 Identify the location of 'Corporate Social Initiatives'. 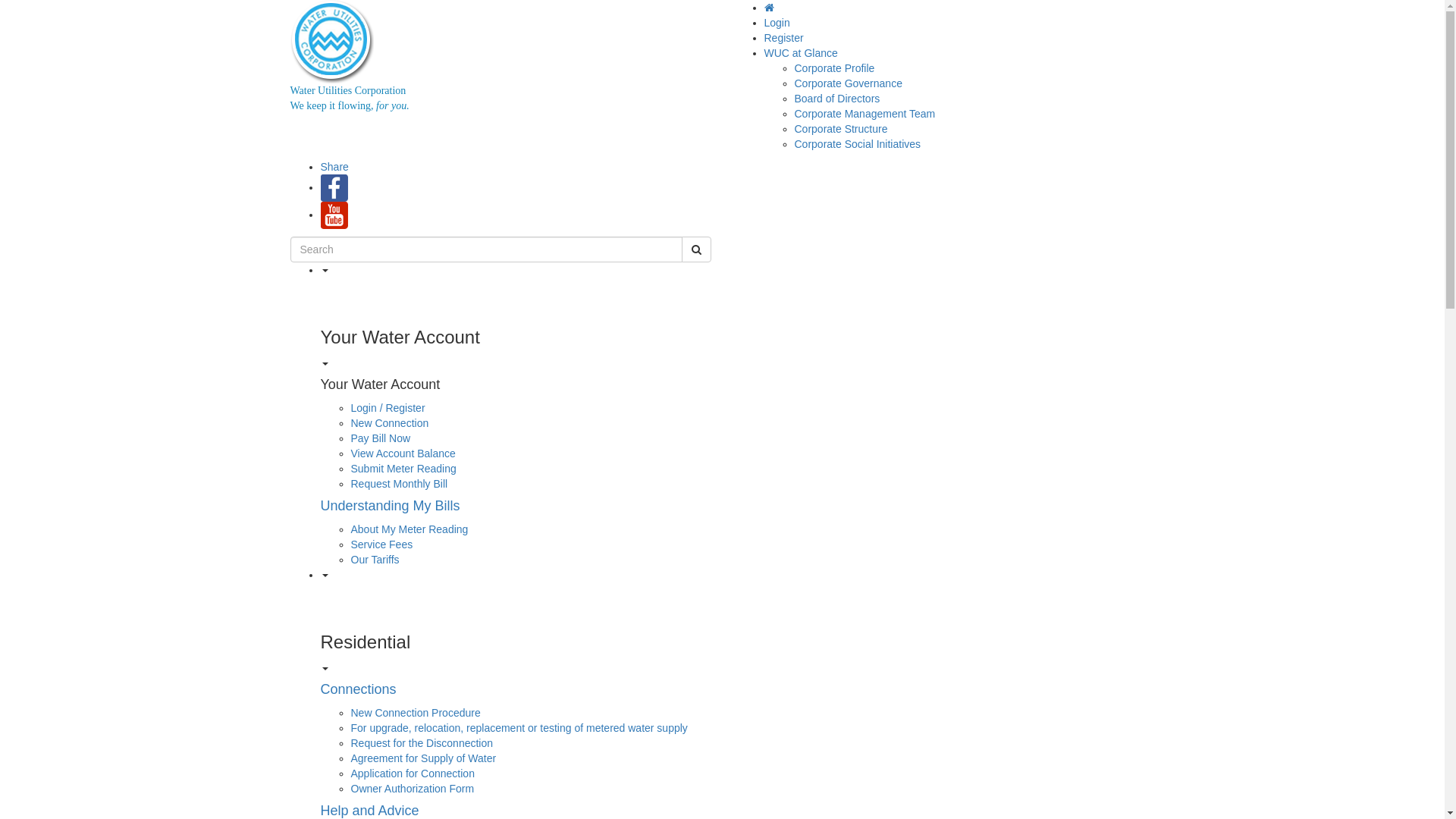
(858, 143).